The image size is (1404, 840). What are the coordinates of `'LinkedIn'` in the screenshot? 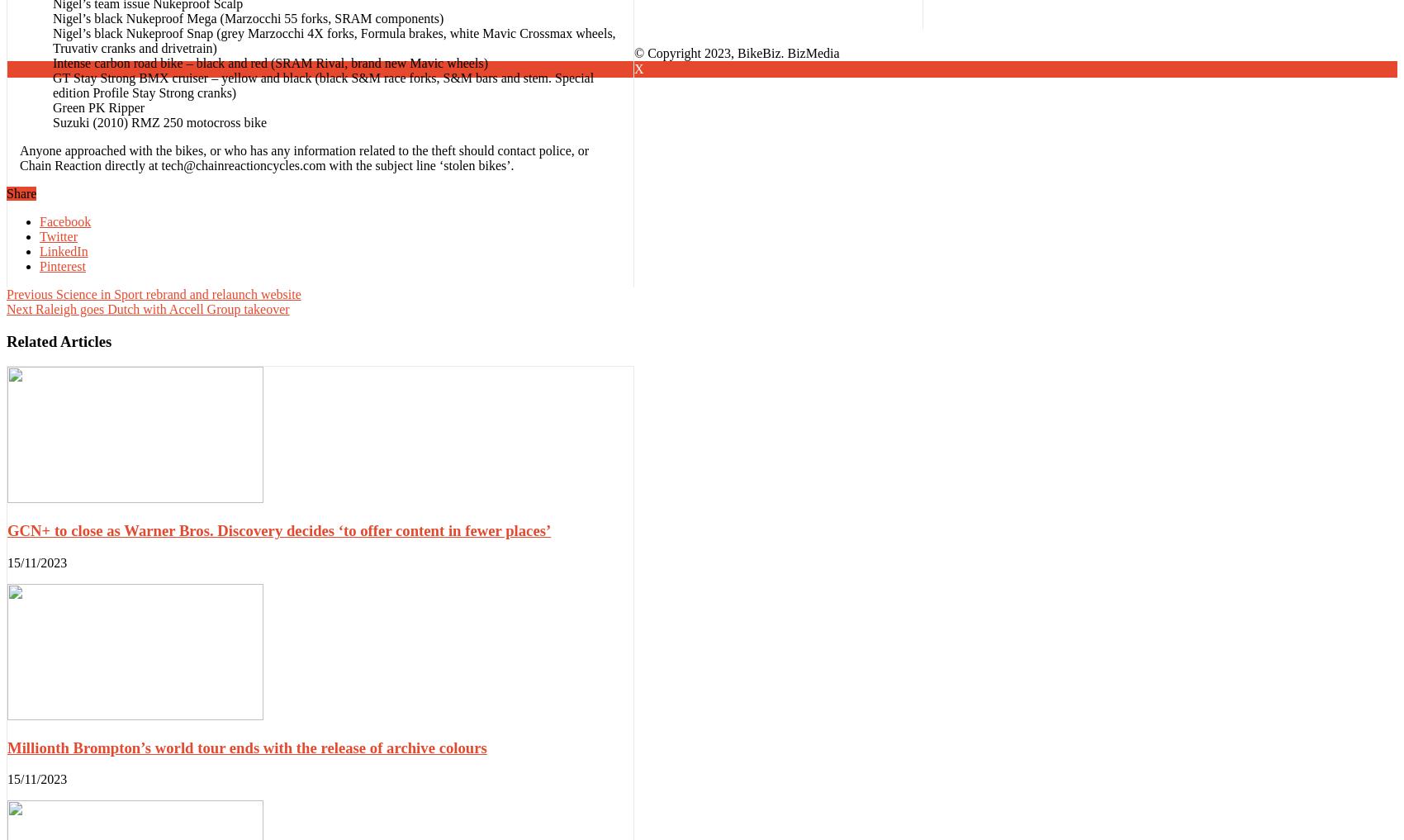 It's located at (64, 250).